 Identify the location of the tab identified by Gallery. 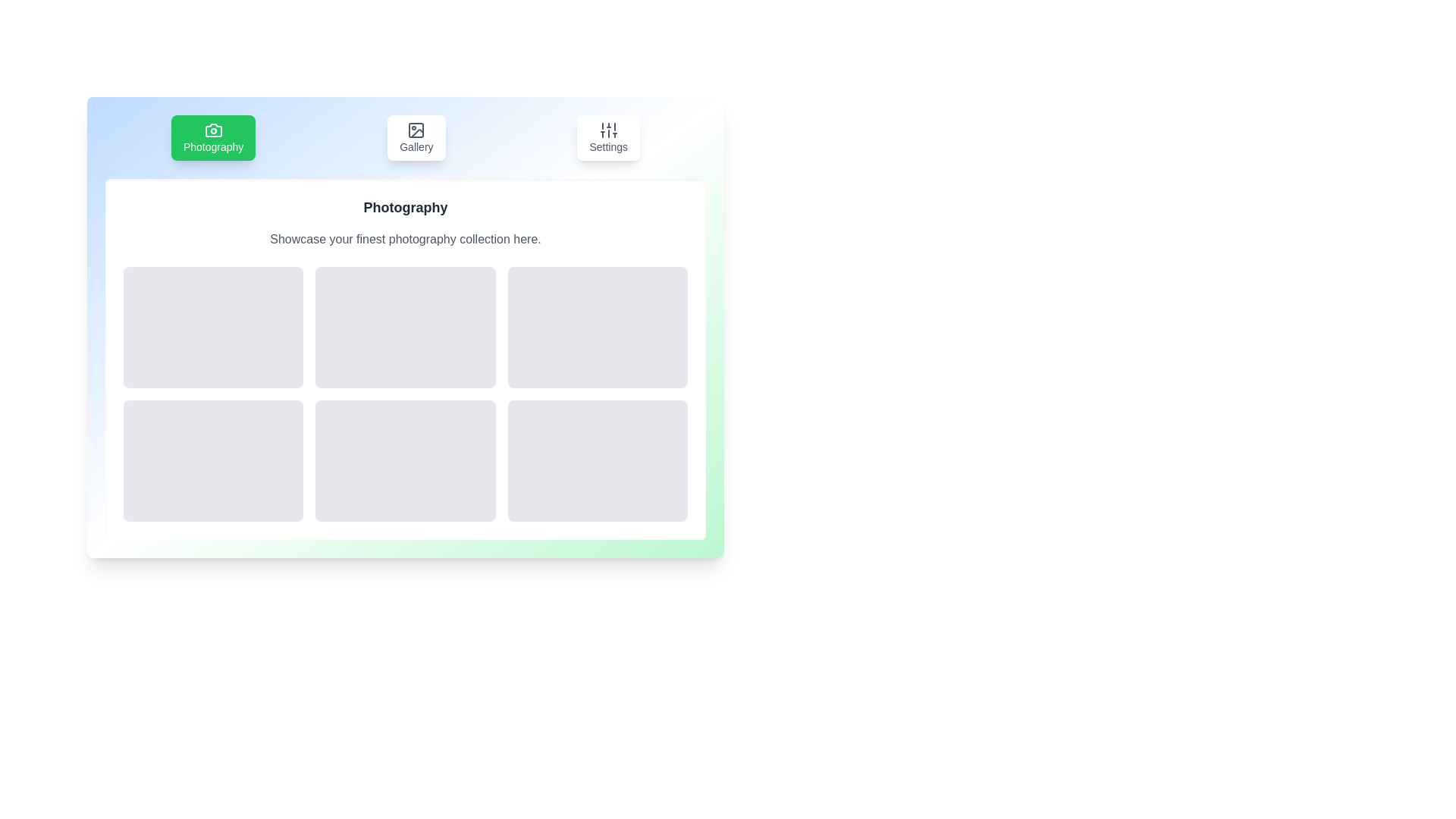
(416, 137).